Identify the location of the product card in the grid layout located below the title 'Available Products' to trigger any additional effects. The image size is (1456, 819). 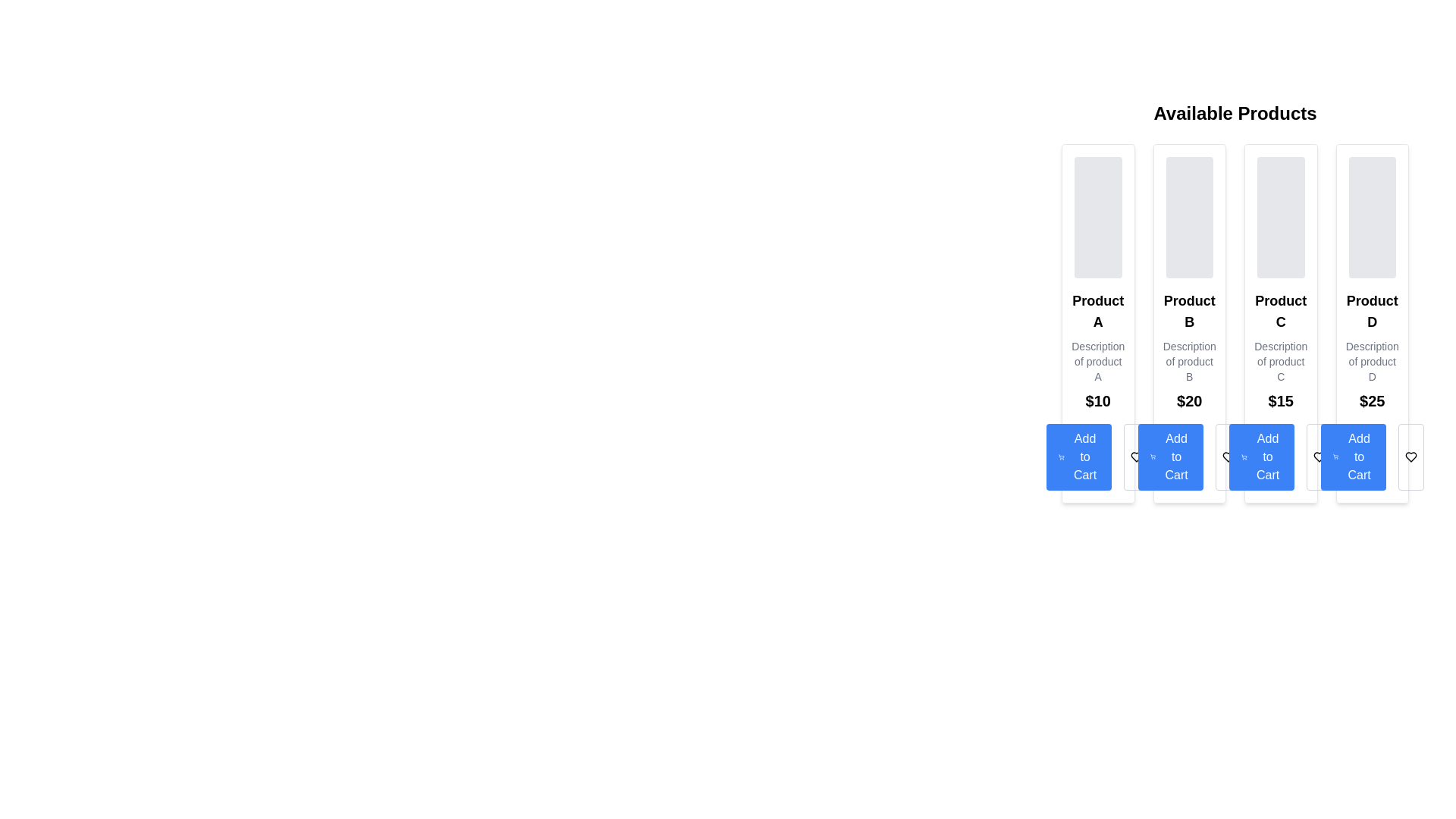
(1235, 323).